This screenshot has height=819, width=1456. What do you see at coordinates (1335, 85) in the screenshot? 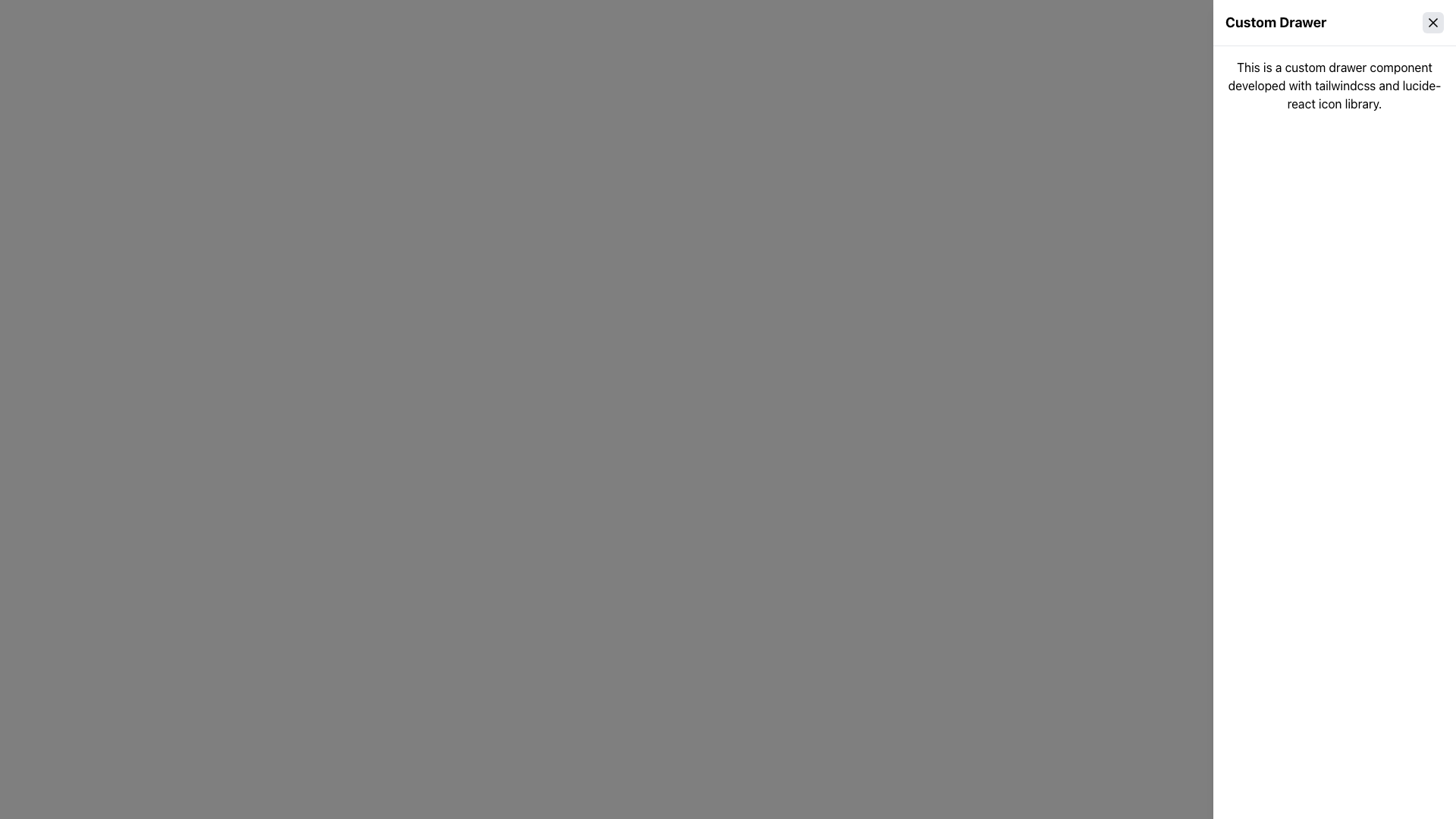
I see `text from the text block that contains the sentence: 'This is a custom drawer component developed with tailwindcss and lucide-react icon library.'` at bounding box center [1335, 85].